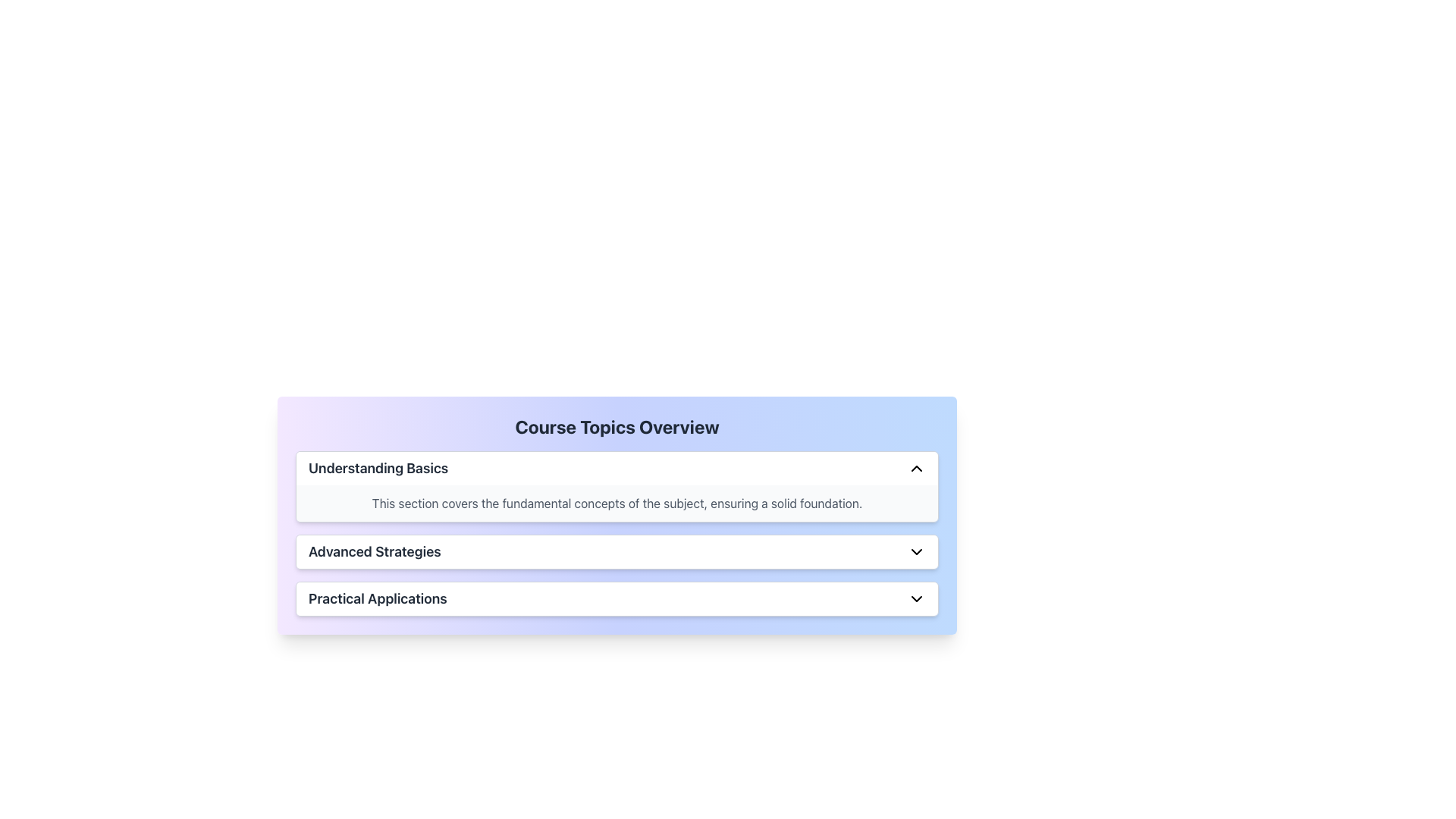 The width and height of the screenshot is (1456, 819). I want to click on the 'Practical Applications' title in the Collapsible list item, so click(617, 598).